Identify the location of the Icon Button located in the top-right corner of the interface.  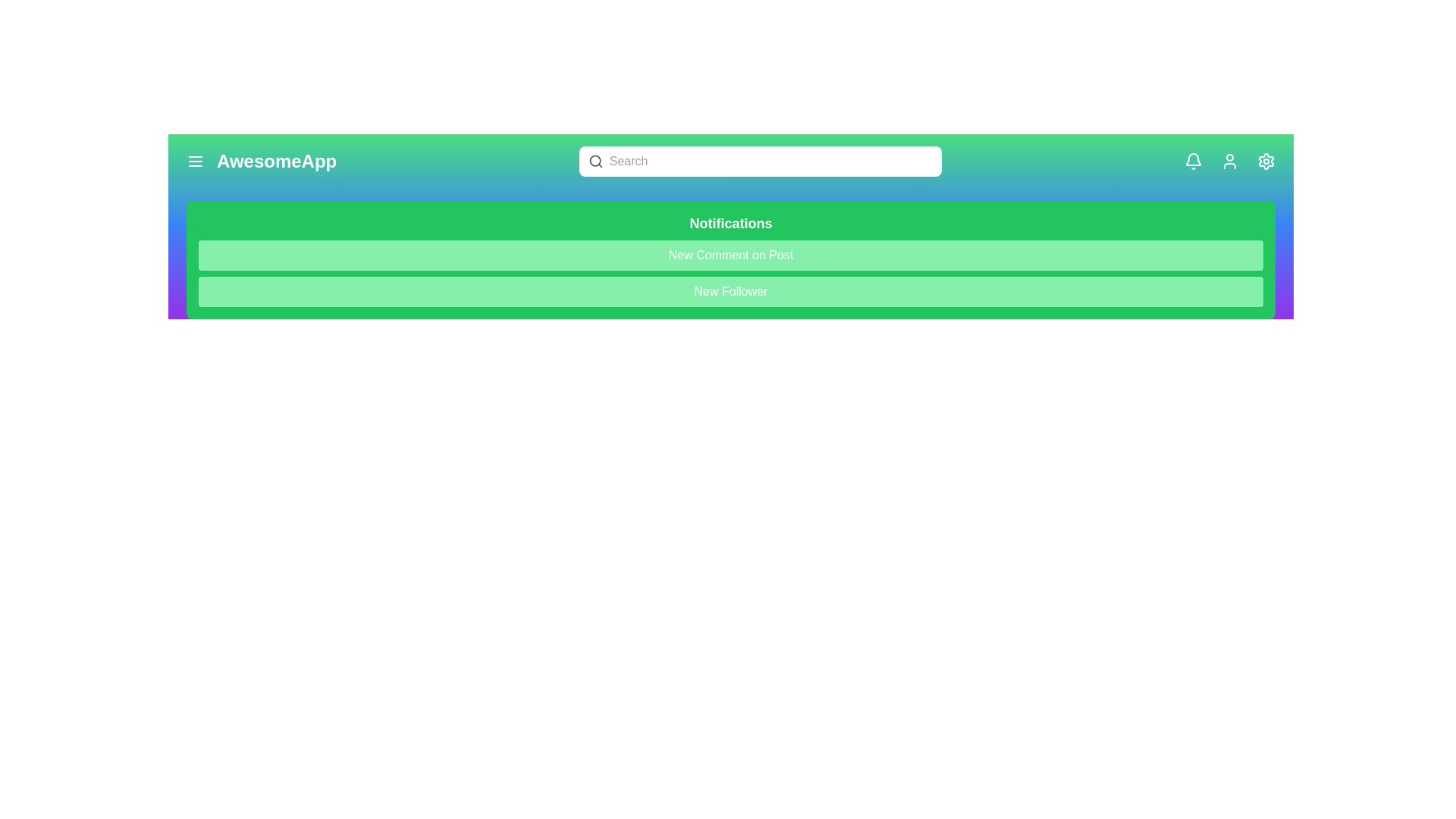
(1193, 161).